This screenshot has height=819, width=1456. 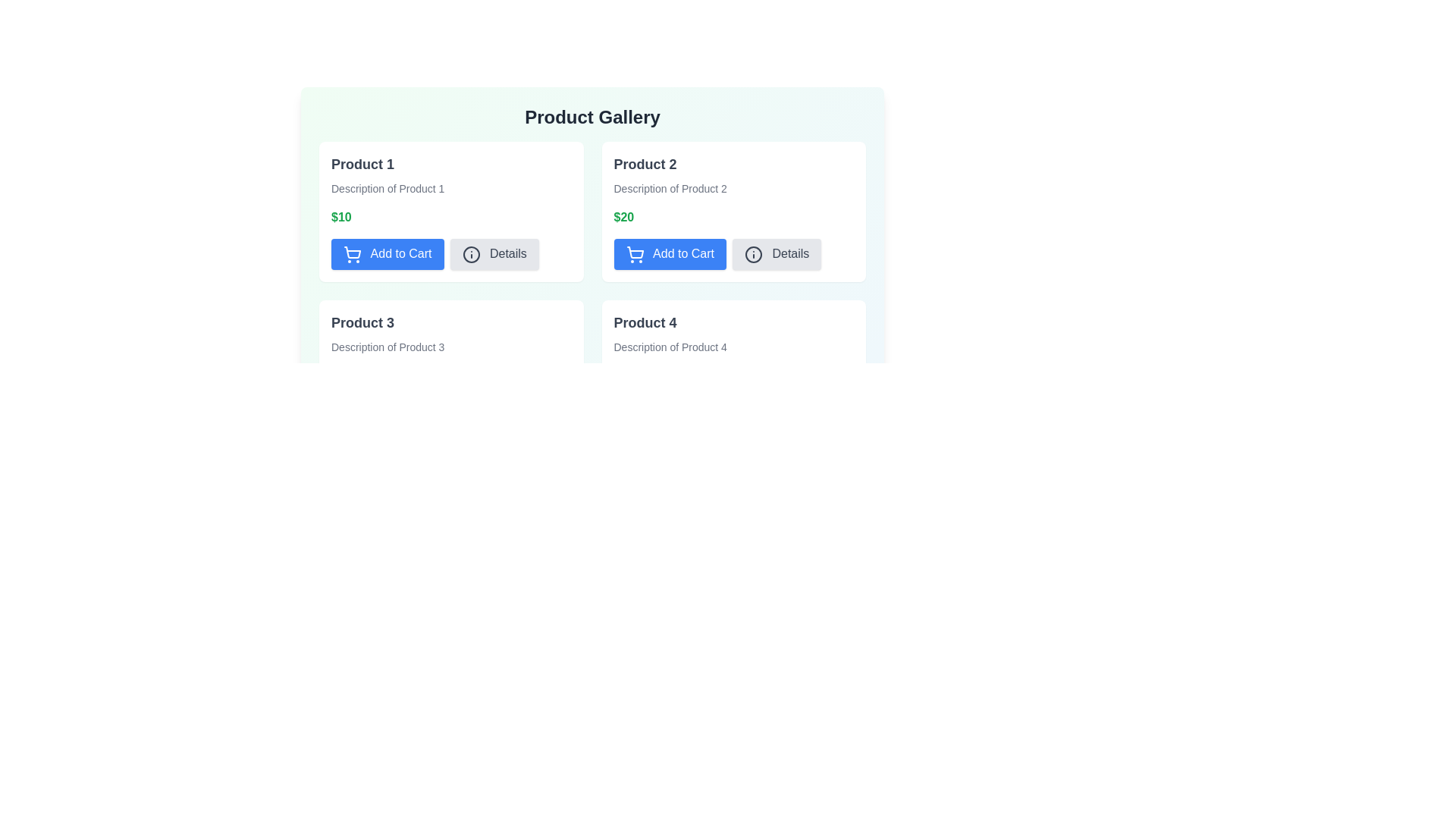 I want to click on the 'Details' button icon located in the Product 2 panel, which is positioned to the right of the 'Add to Cart' button, so click(x=753, y=253).